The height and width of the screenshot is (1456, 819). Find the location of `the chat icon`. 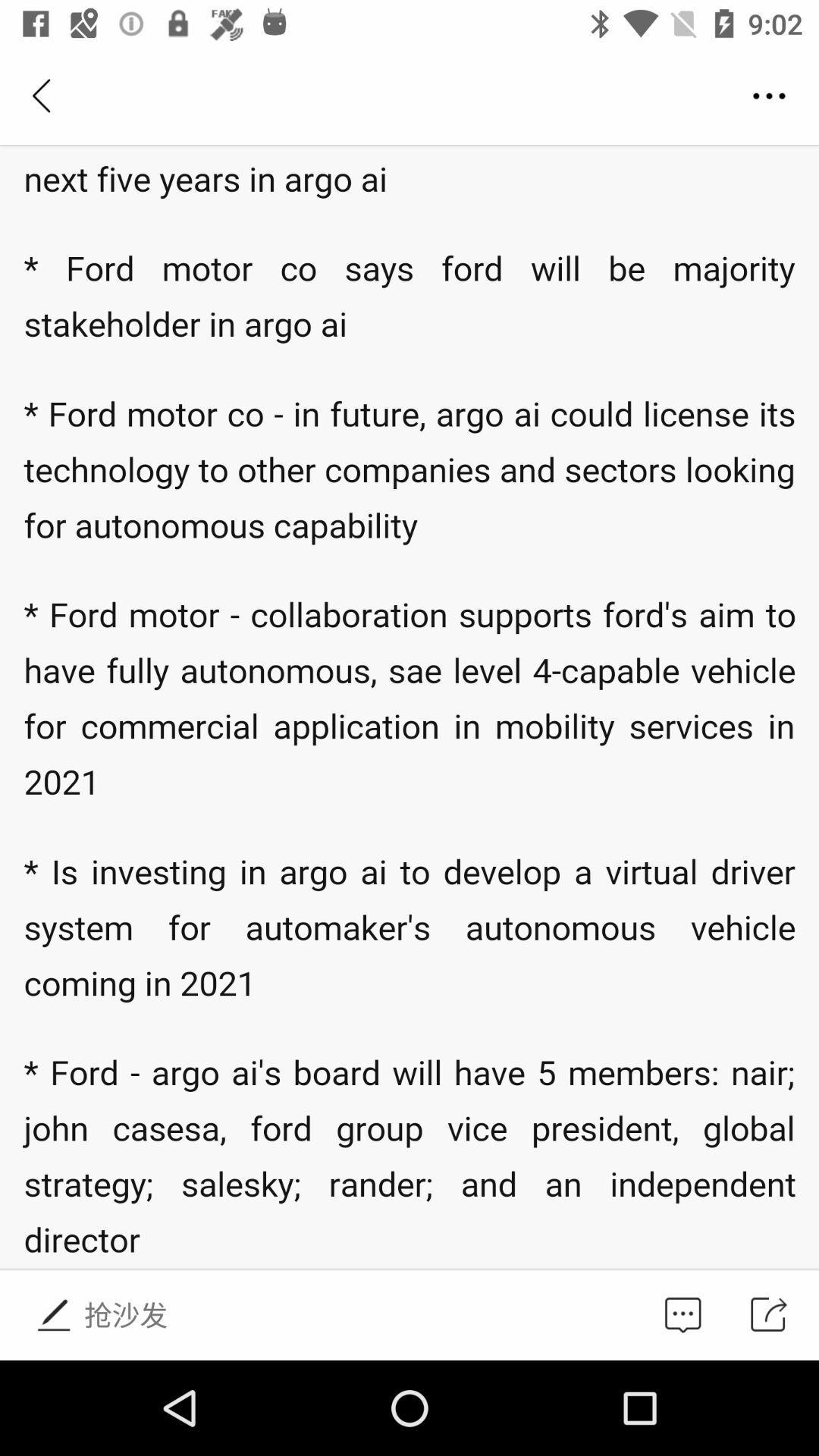

the chat icon is located at coordinates (682, 1314).